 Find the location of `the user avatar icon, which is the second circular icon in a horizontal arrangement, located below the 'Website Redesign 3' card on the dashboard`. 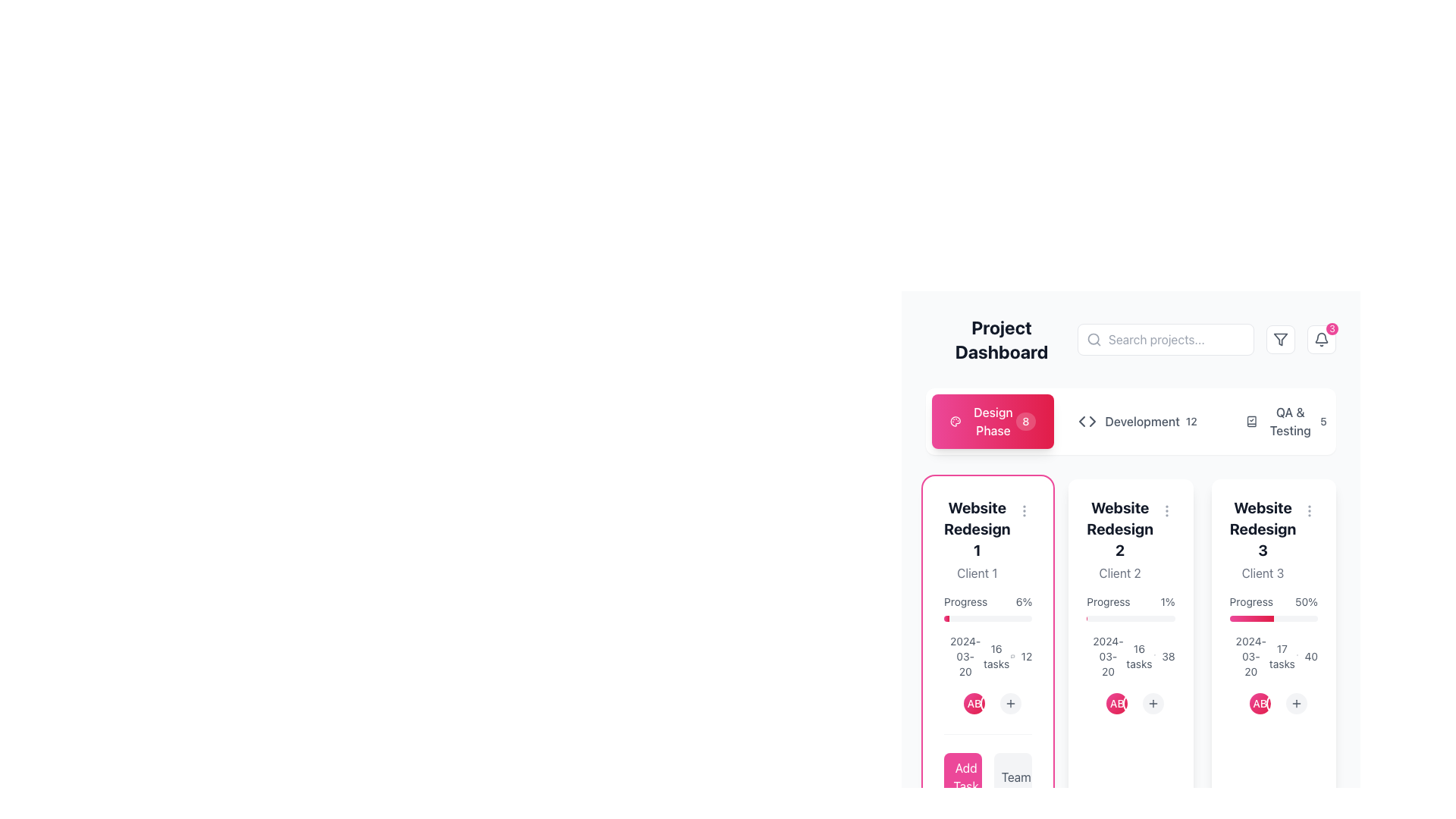

the user avatar icon, which is the second circular icon in a horizontal arrangement, located below the 'Website Redesign 3' card on the dashboard is located at coordinates (974, 704).